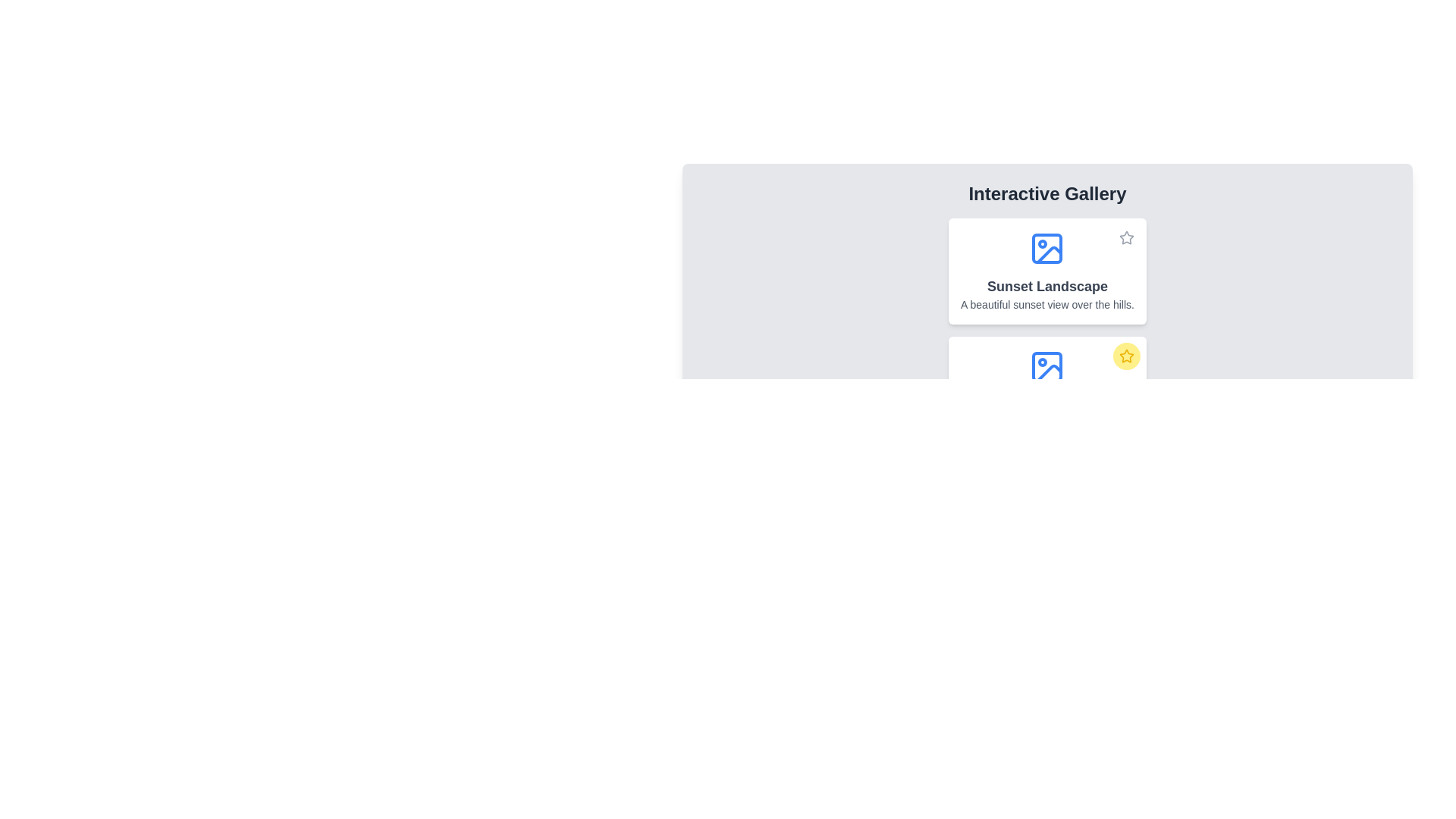 The height and width of the screenshot is (819, 1456). I want to click on the star-shaped button with a hollow interior, located at the top-right corner of the 'Sunset Landscape' card, so click(1126, 237).